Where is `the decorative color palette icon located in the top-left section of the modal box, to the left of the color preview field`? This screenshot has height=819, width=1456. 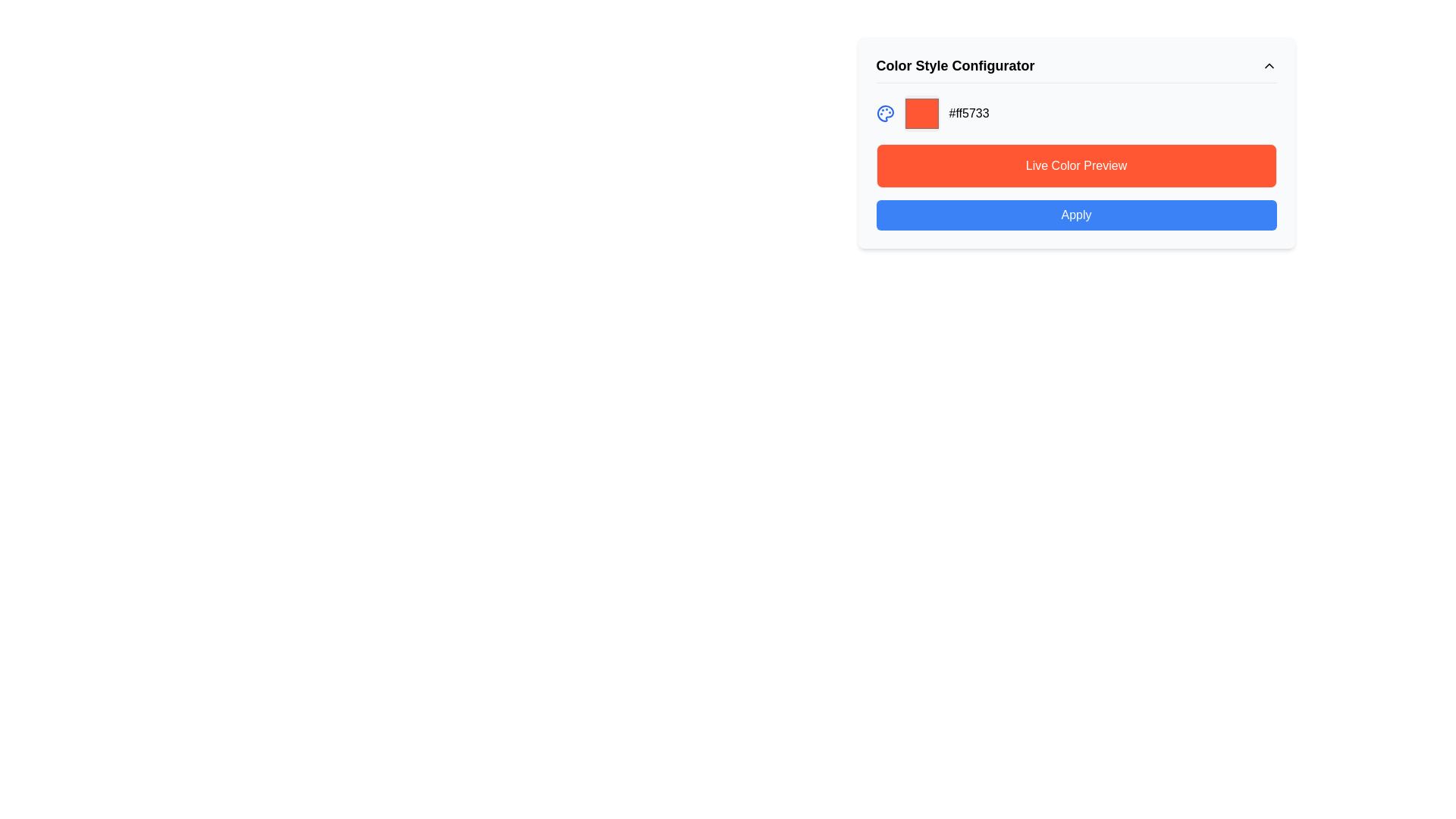
the decorative color palette icon located in the top-left section of the modal box, to the left of the color preview field is located at coordinates (885, 113).